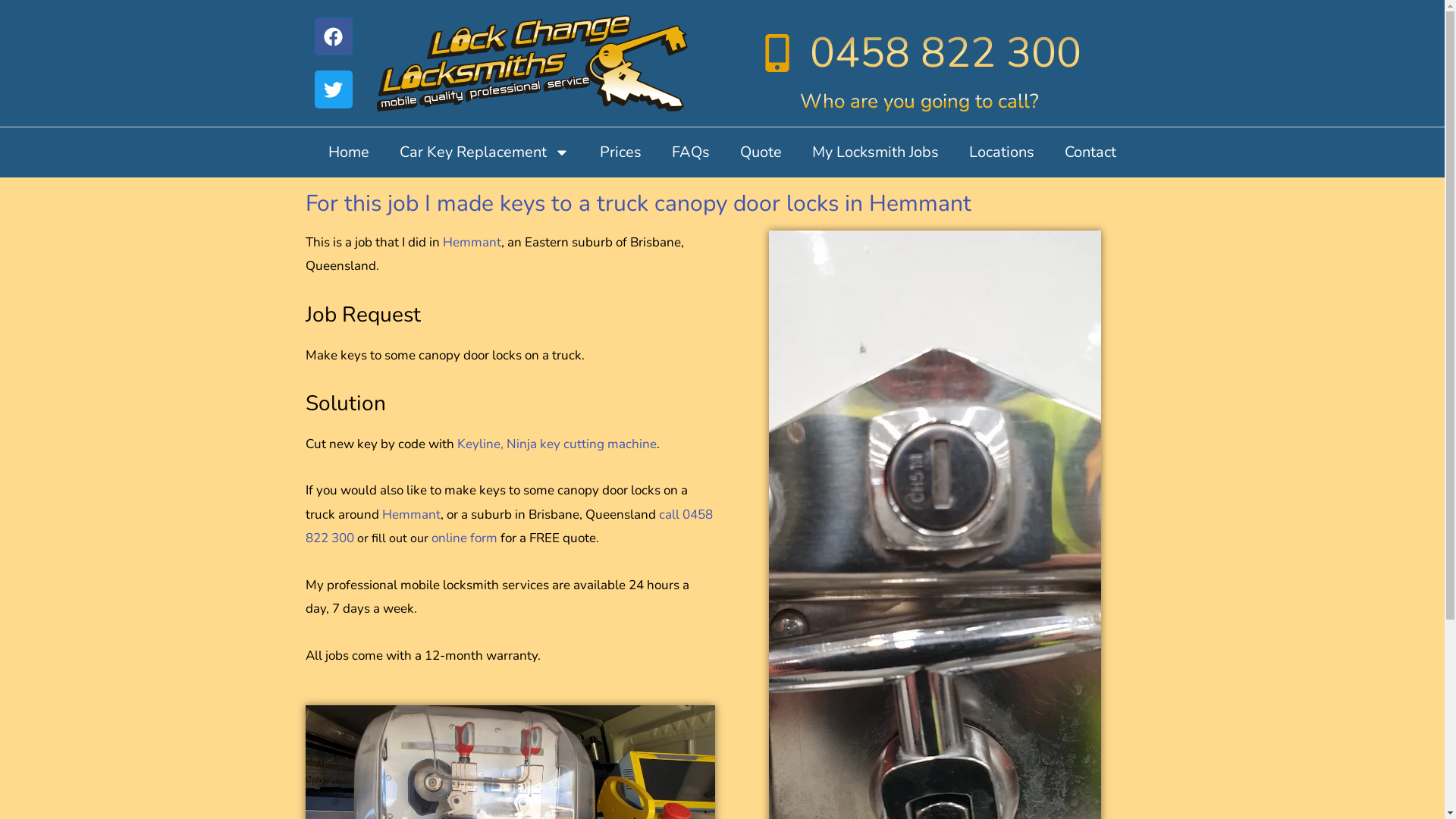  I want to click on 'Twitter', so click(331, 89).